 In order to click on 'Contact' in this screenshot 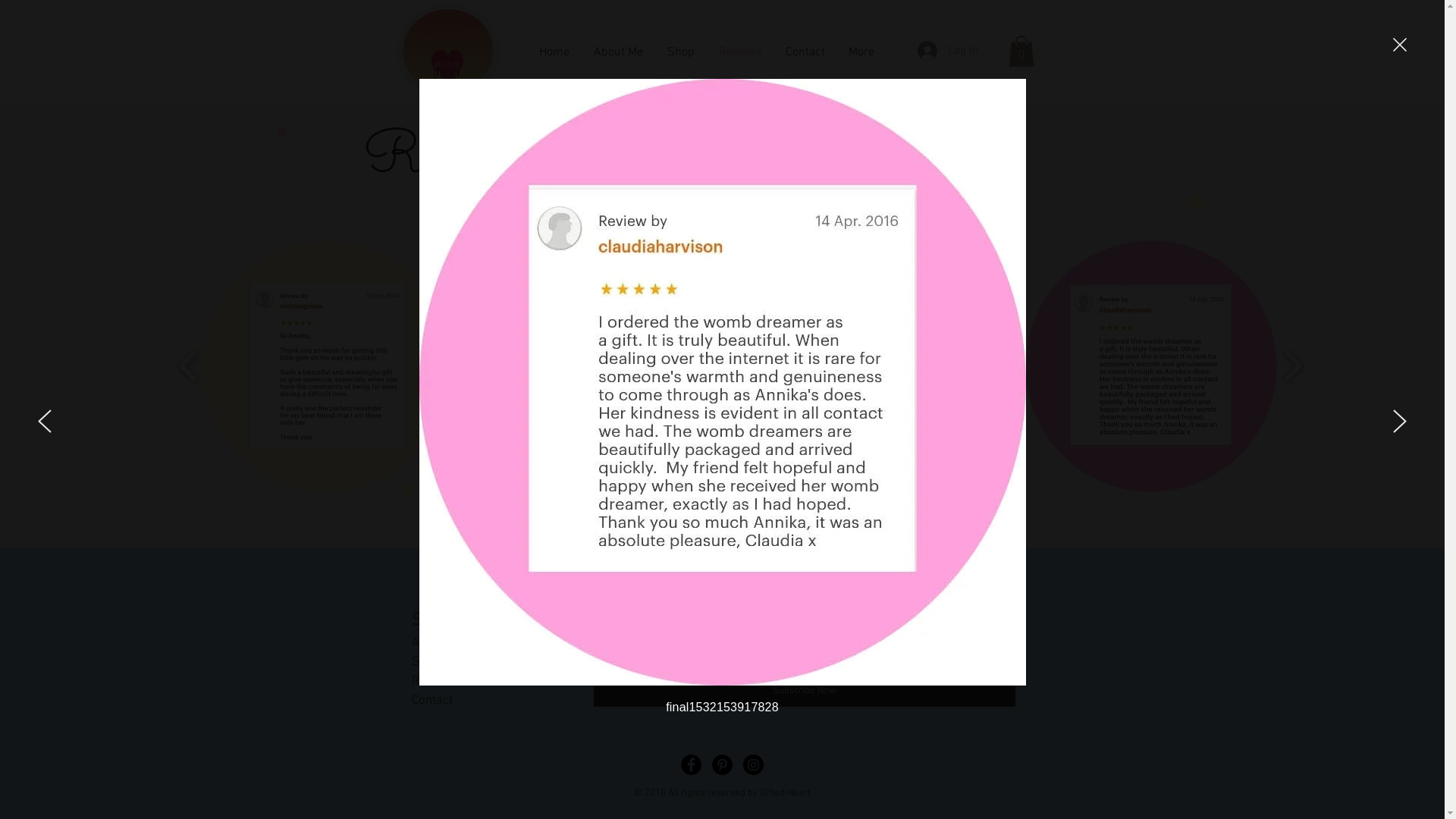, I will do `click(431, 701)`.